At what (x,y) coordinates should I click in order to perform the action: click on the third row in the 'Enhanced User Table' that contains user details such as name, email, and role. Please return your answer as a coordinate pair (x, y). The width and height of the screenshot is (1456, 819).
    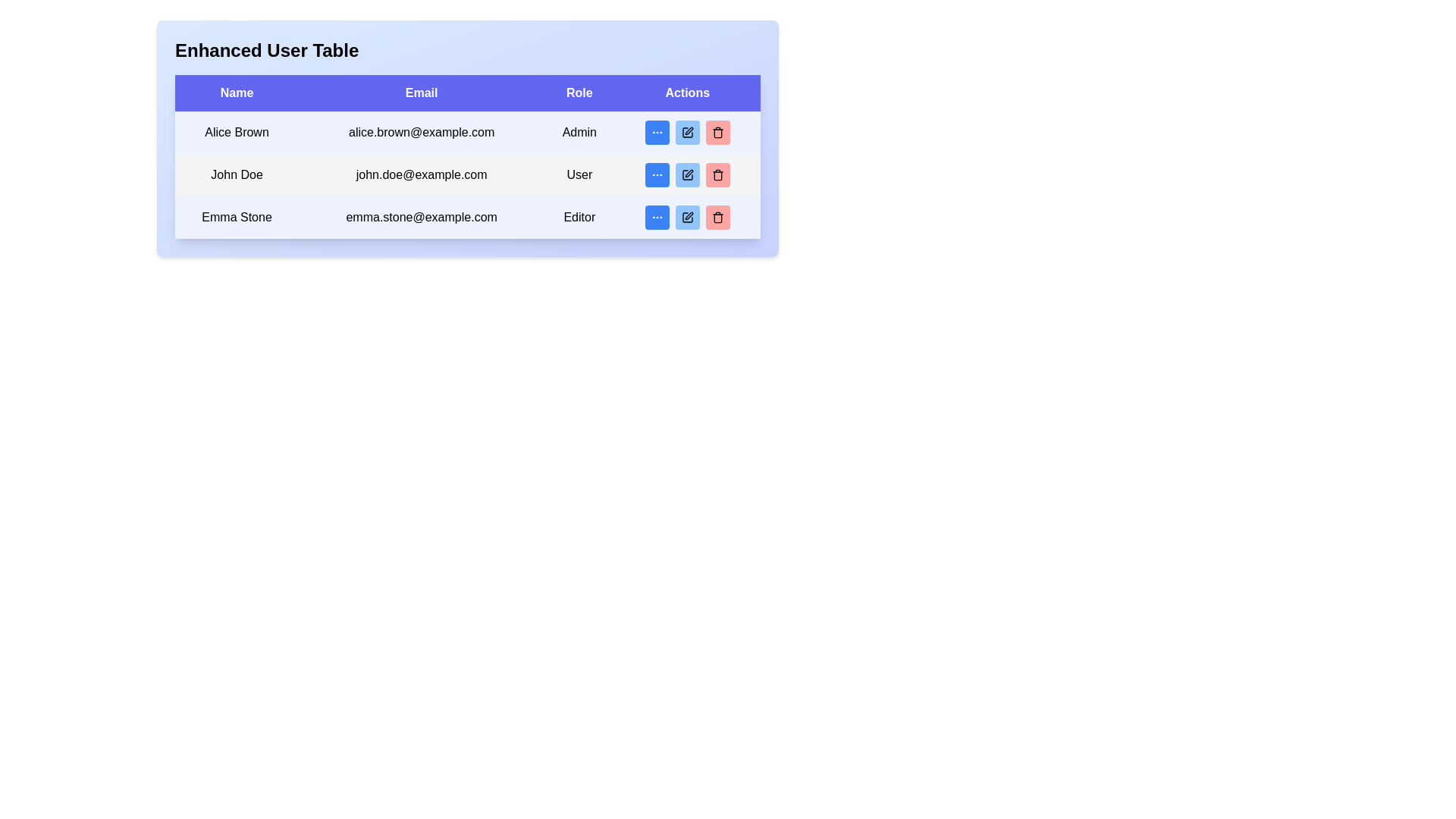
    Looking at the image, I should click on (467, 217).